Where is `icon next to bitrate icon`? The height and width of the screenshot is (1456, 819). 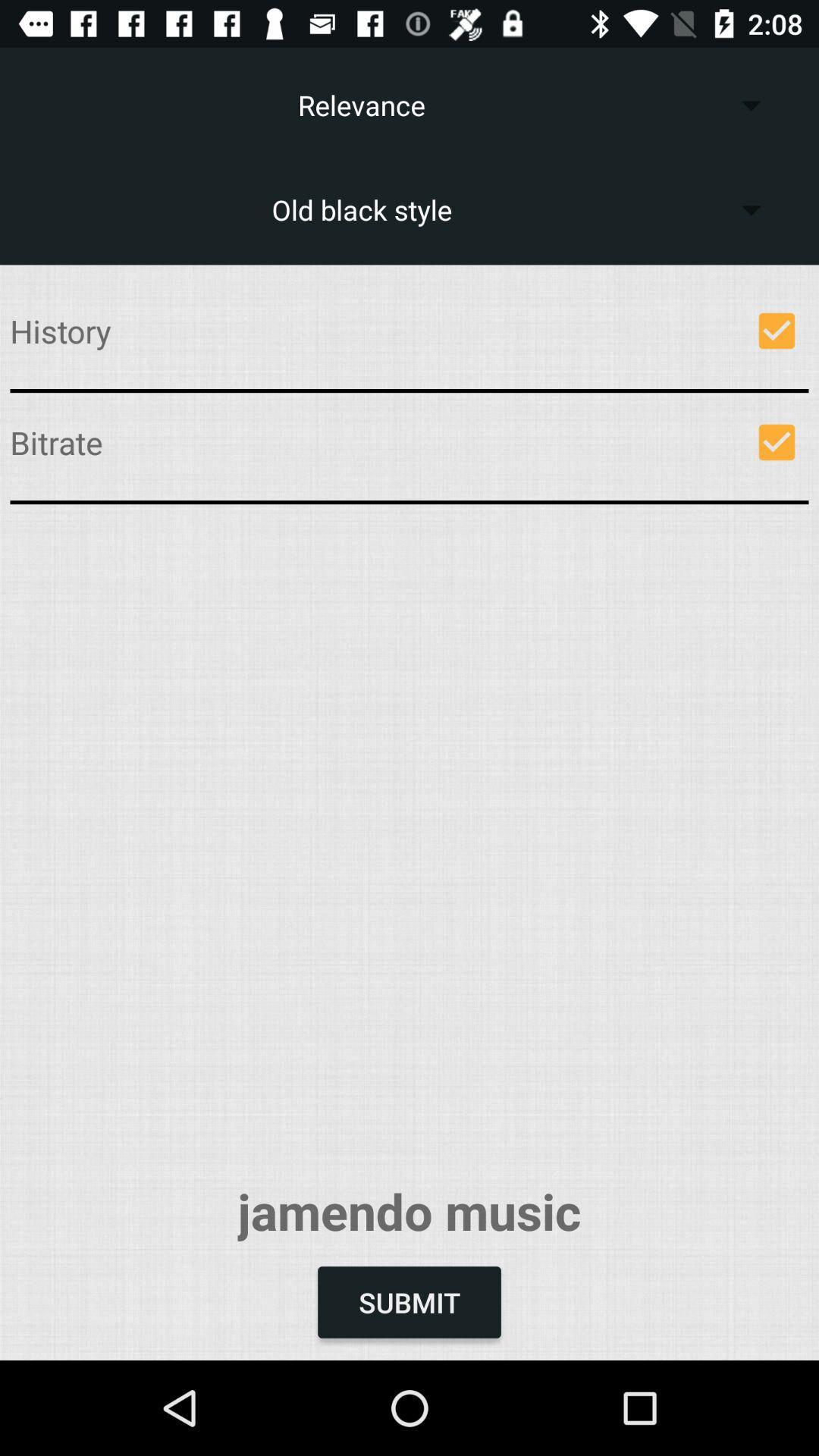 icon next to bitrate icon is located at coordinates (777, 441).